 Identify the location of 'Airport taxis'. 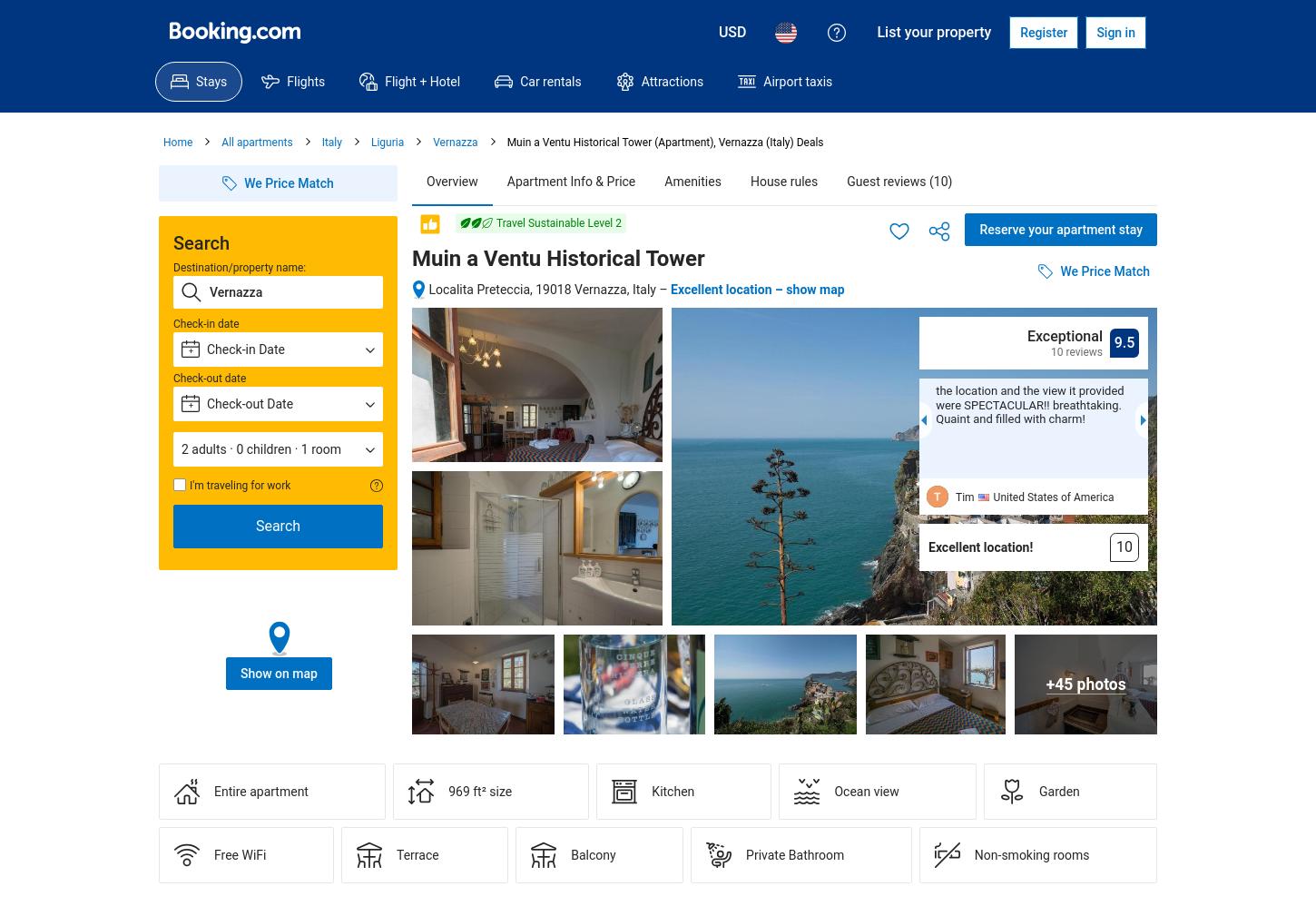
(796, 81).